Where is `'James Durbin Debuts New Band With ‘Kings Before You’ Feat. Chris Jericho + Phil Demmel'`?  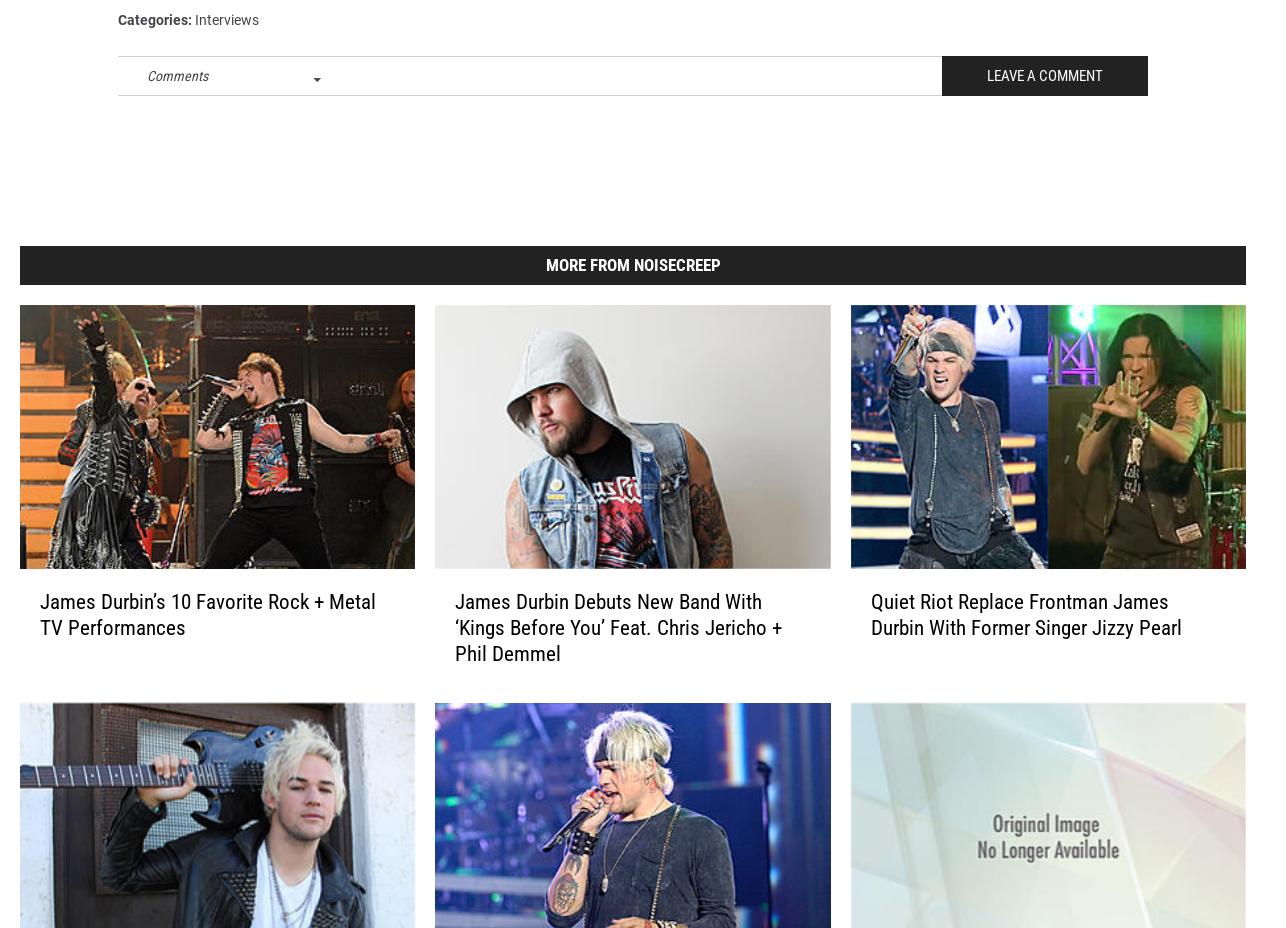 'James Durbin Debuts New Band With ‘Kings Before You’ Feat. Chris Jericho + Phil Demmel' is located at coordinates (453, 658).